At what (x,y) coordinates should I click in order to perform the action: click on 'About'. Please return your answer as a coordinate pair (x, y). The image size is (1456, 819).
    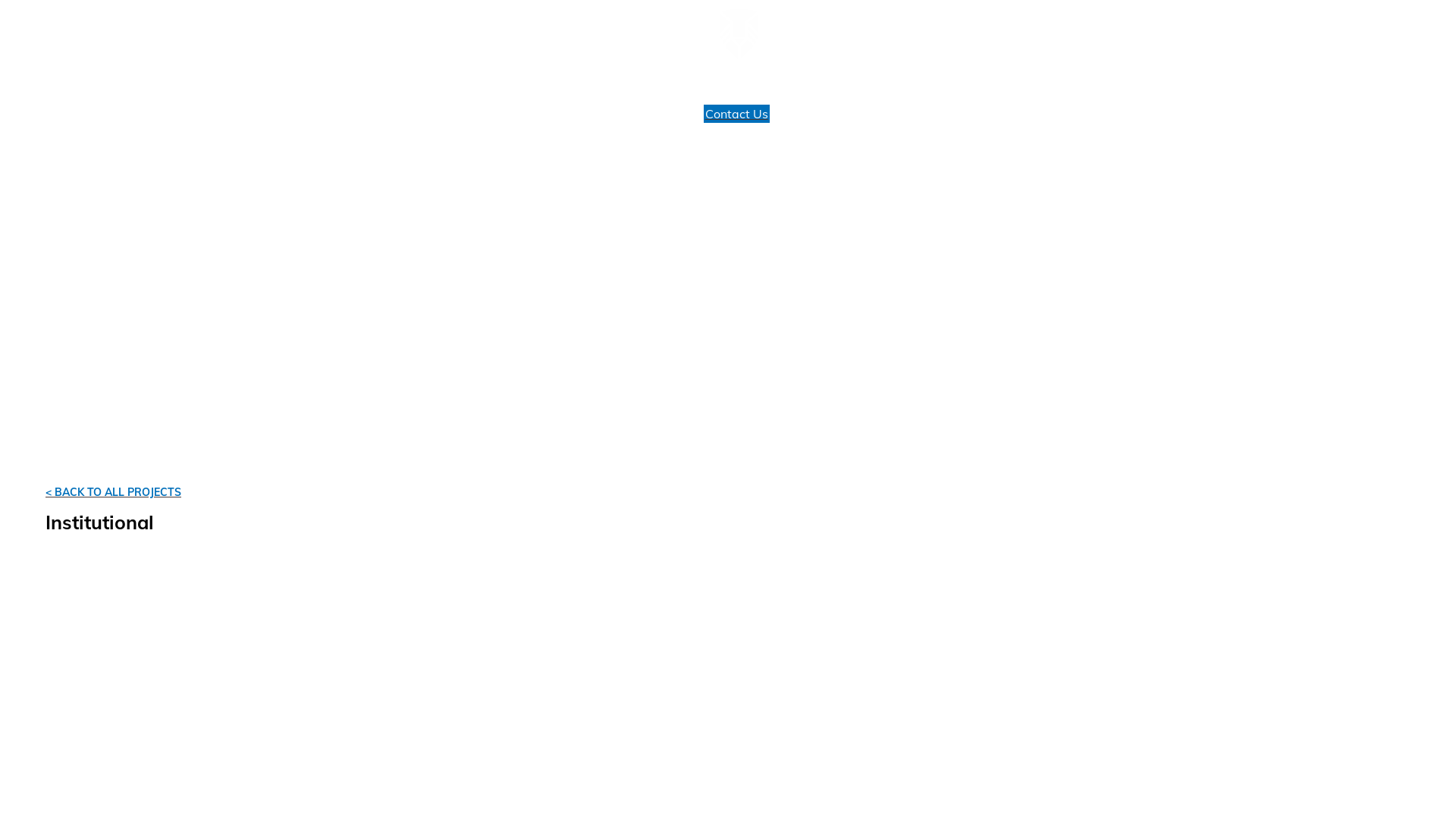
    Looking at the image, I should click on (171, 88).